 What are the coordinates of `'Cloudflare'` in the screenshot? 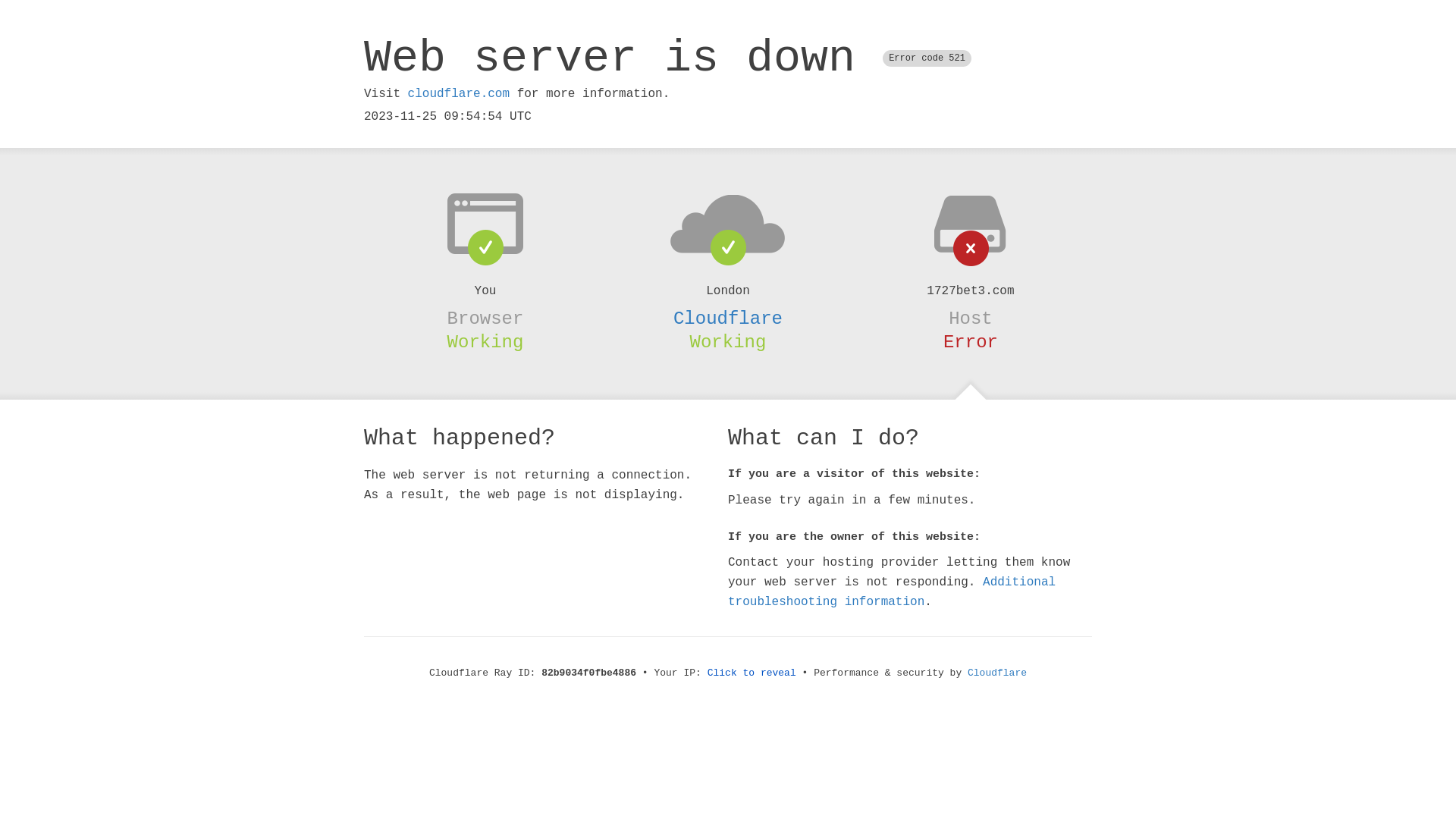 It's located at (728, 318).